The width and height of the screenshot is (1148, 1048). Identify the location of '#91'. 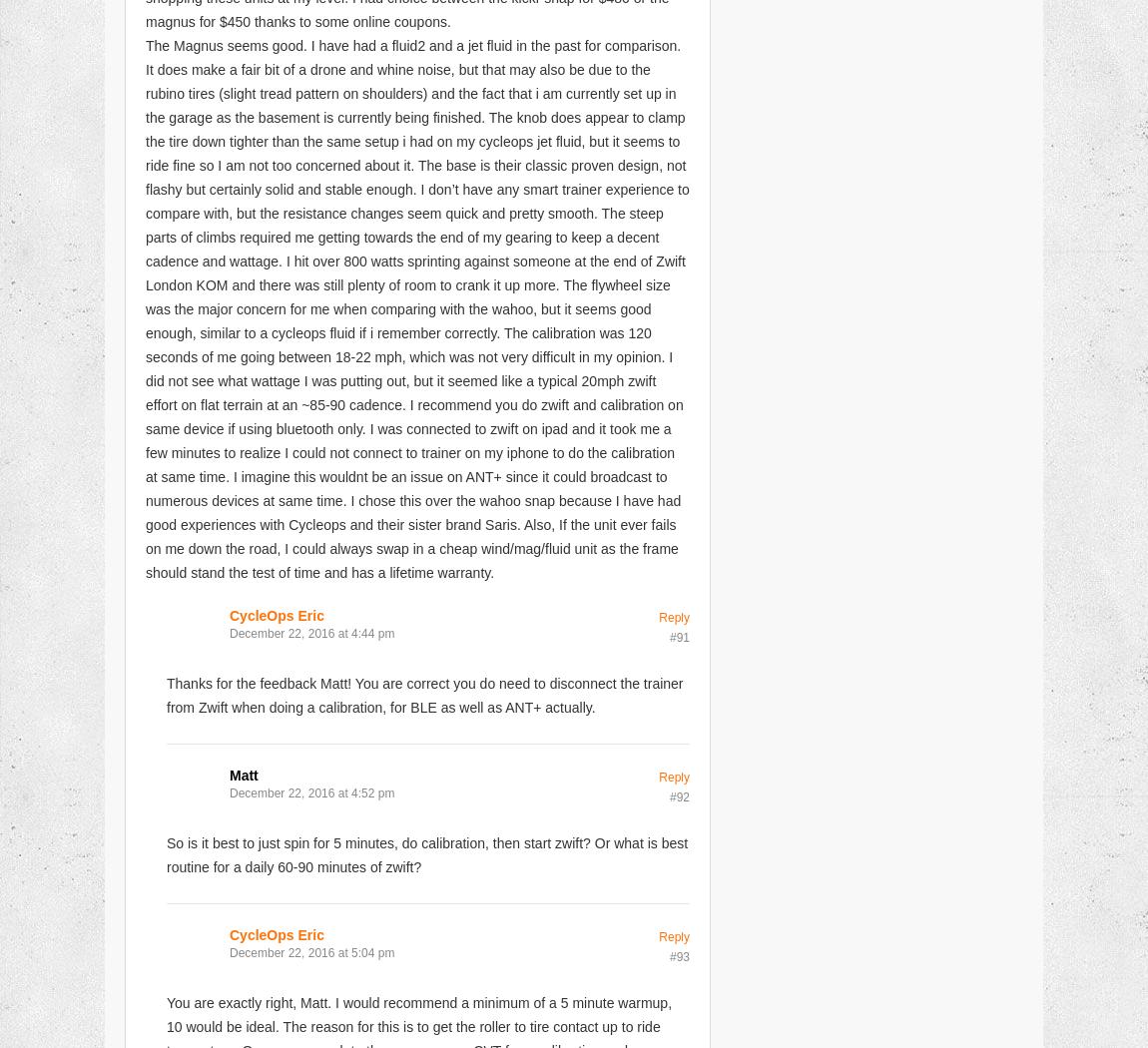
(678, 636).